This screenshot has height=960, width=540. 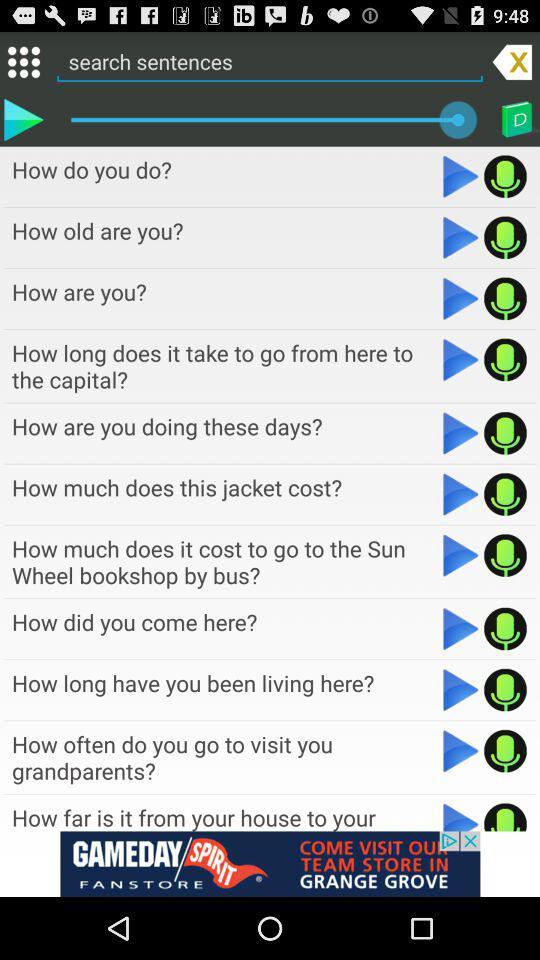 What do you see at coordinates (504, 433) in the screenshot?
I see `search sentences how are you doing these days` at bounding box center [504, 433].